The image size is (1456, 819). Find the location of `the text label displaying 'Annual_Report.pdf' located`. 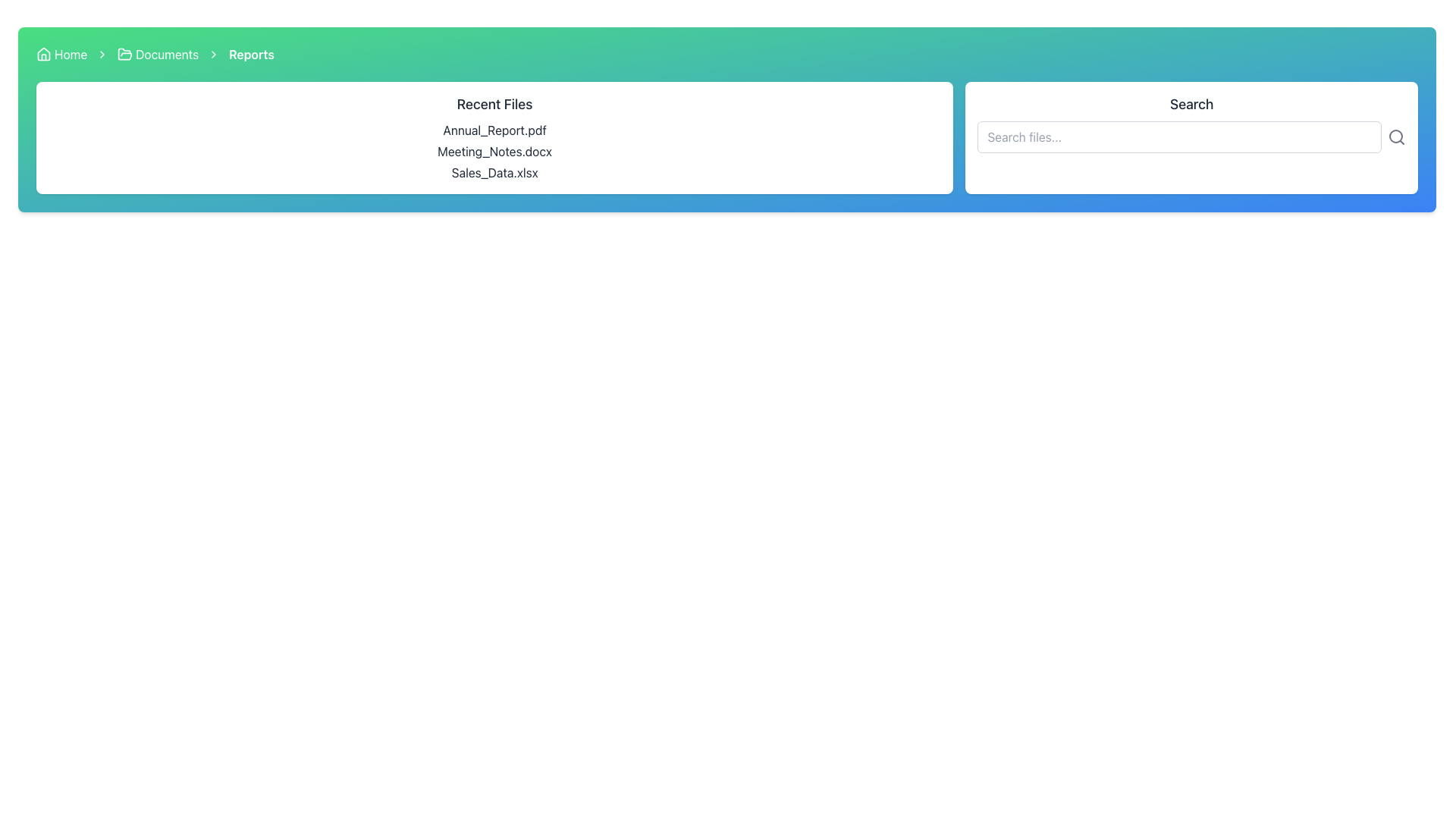

the text label displaying 'Annual_Report.pdf' located is located at coordinates (494, 130).